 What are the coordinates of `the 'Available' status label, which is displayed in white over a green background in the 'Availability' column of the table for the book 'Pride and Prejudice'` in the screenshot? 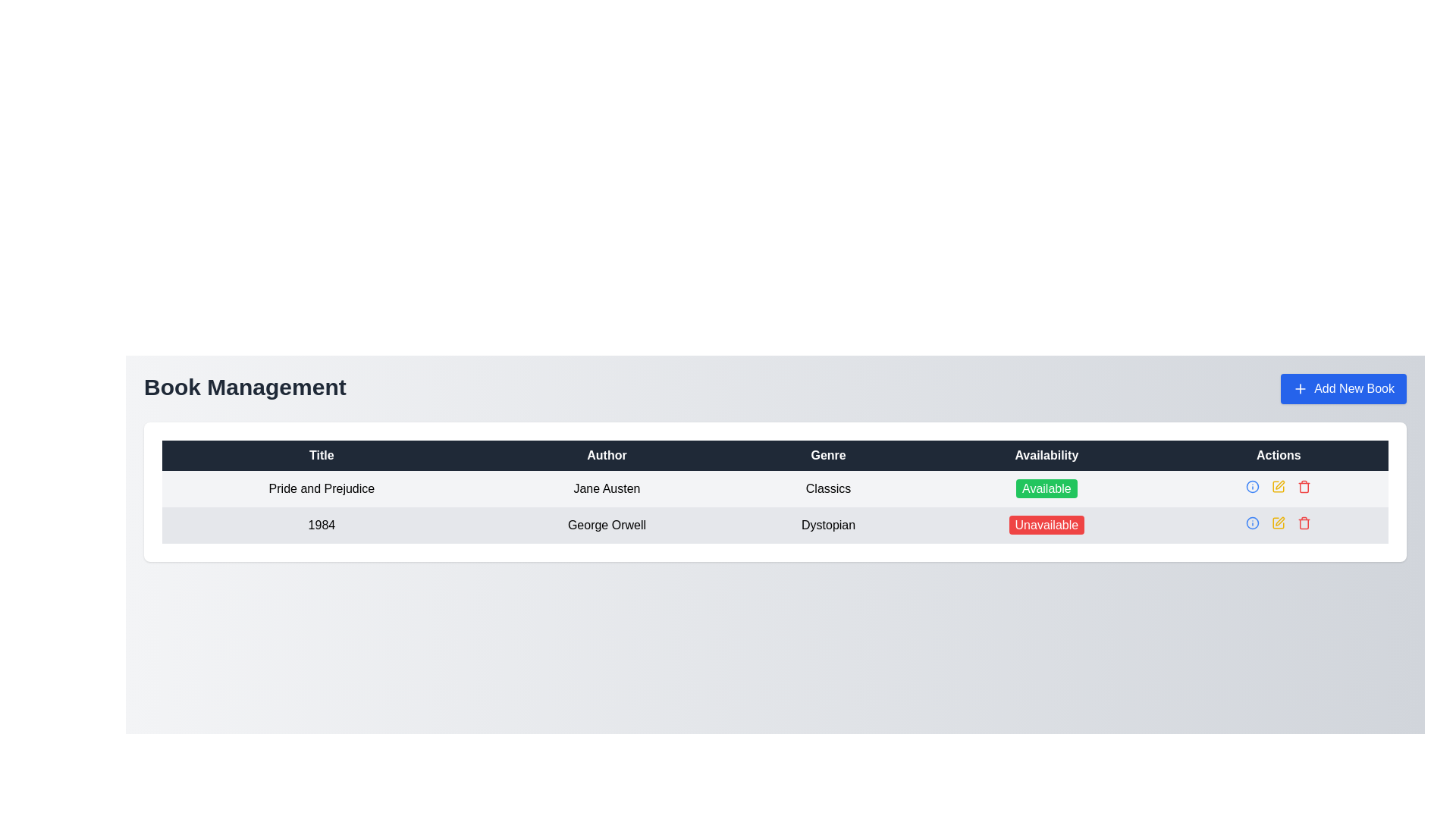 It's located at (1046, 488).